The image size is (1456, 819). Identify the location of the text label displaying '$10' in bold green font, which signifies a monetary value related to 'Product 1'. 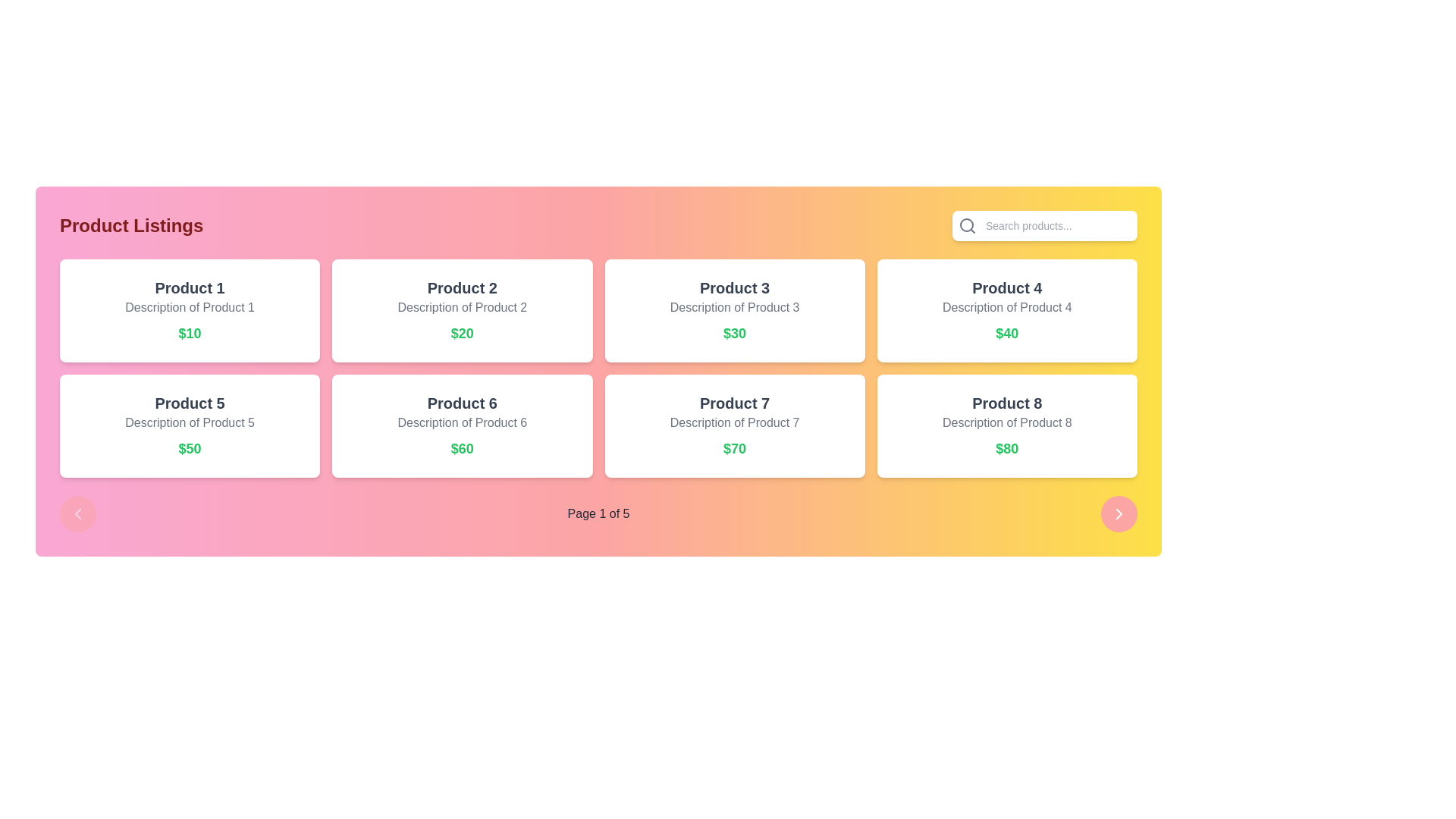
(189, 332).